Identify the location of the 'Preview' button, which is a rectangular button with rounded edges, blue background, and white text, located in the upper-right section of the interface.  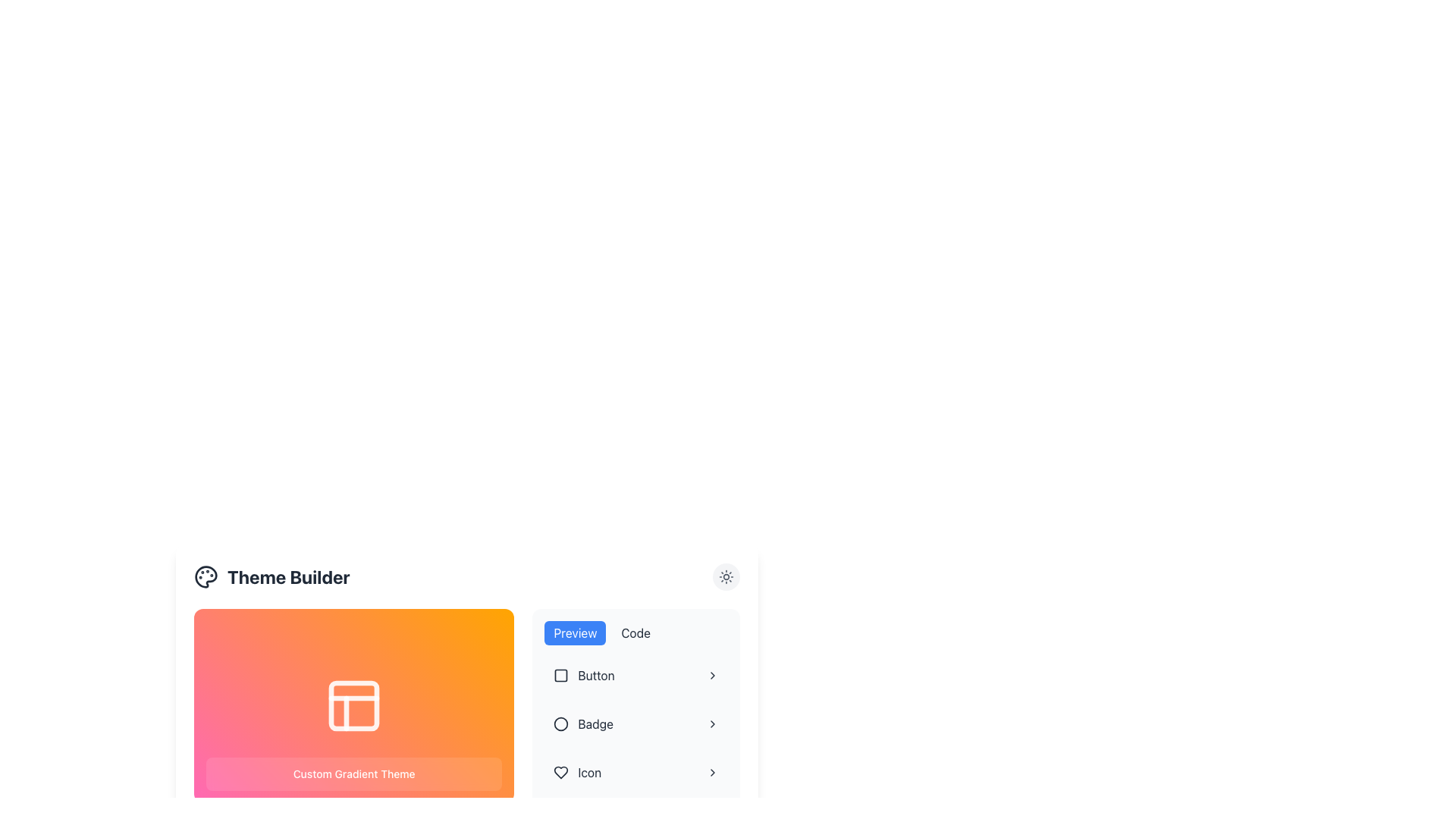
(574, 632).